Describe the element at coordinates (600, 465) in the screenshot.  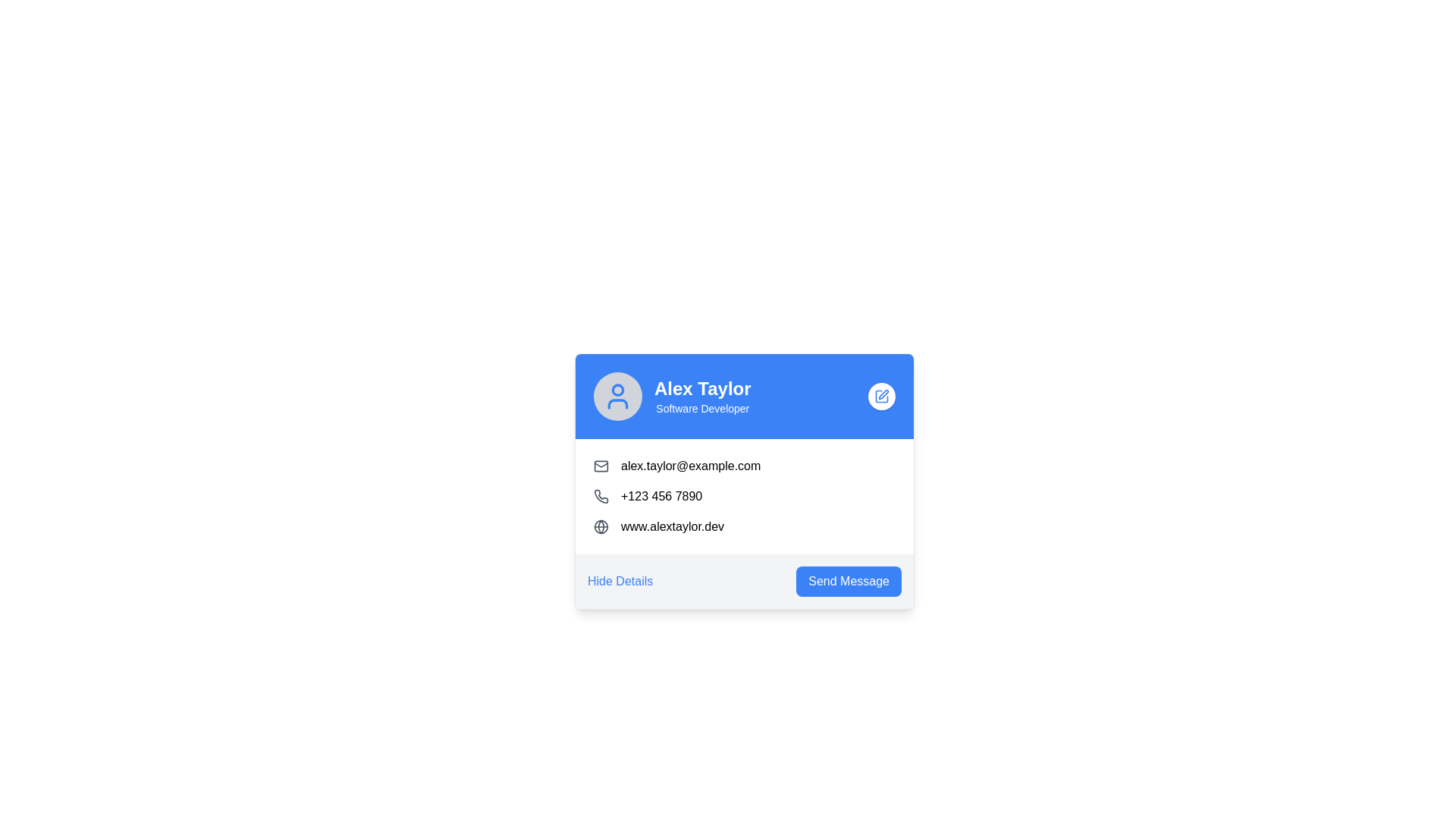
I see `the envelope icon representing email, located beside the email address 'alex.taylor@example.com' in the user information card` at that location.